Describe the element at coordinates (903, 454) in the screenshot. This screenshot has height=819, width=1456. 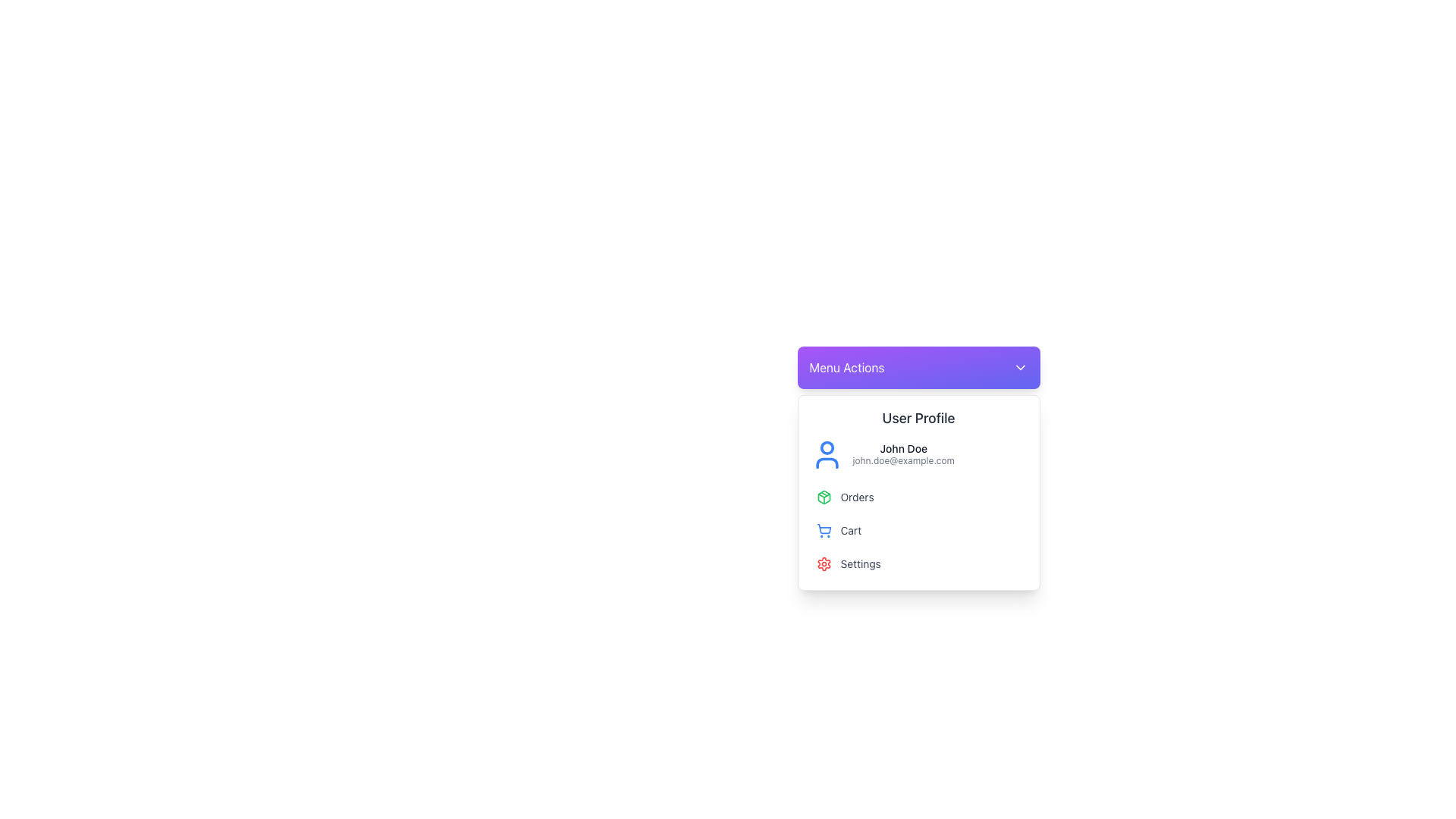
I see `the Text display area containing 'John Doe' and 'john.doe@example.com', which is positioned in the center of the white card under the title 'User Profile'` at that location.